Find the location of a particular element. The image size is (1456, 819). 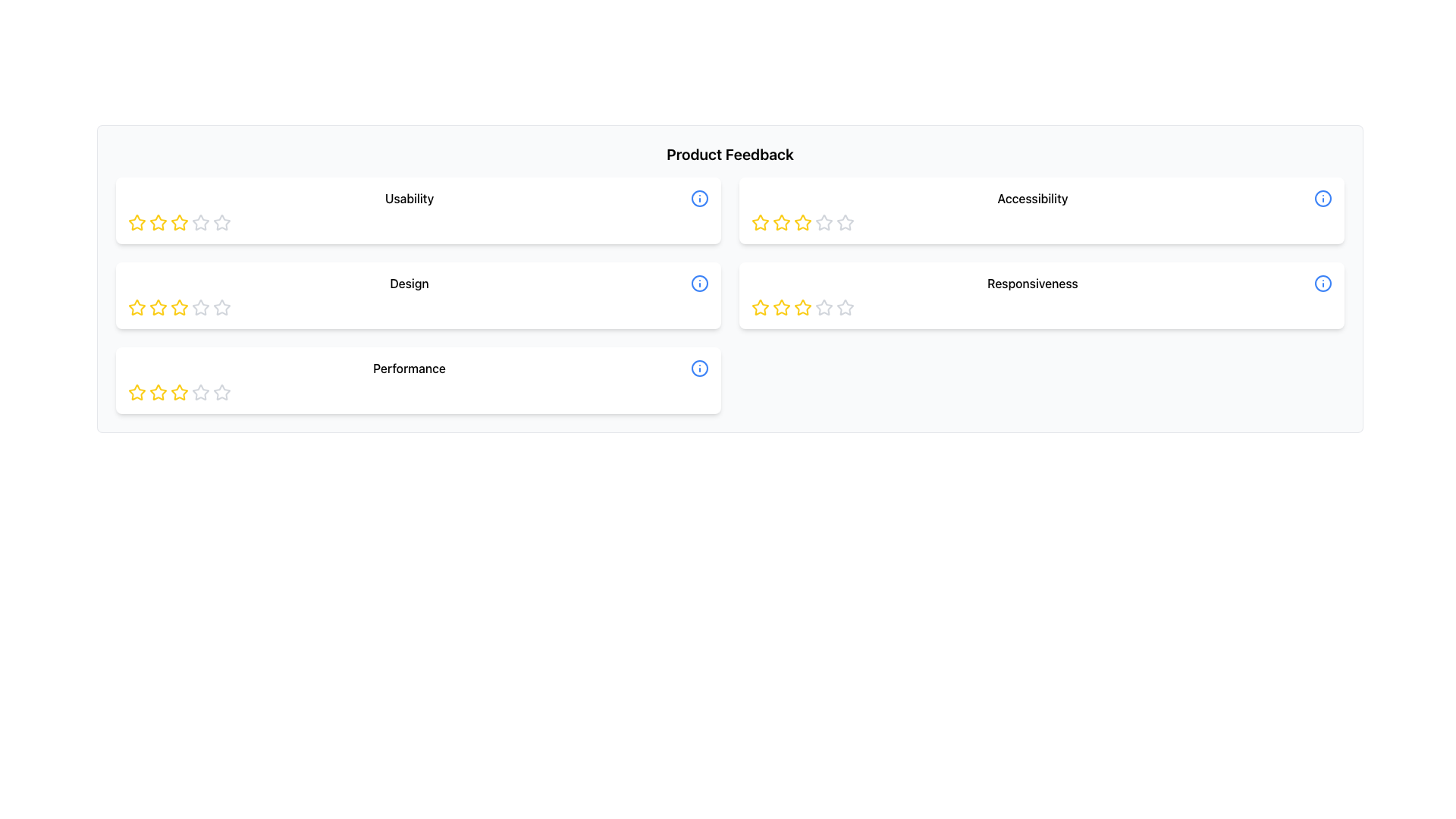

the first star icon in the five-star rating system for the 'Accessibility' feedback category is located at coordinates (761, 222).